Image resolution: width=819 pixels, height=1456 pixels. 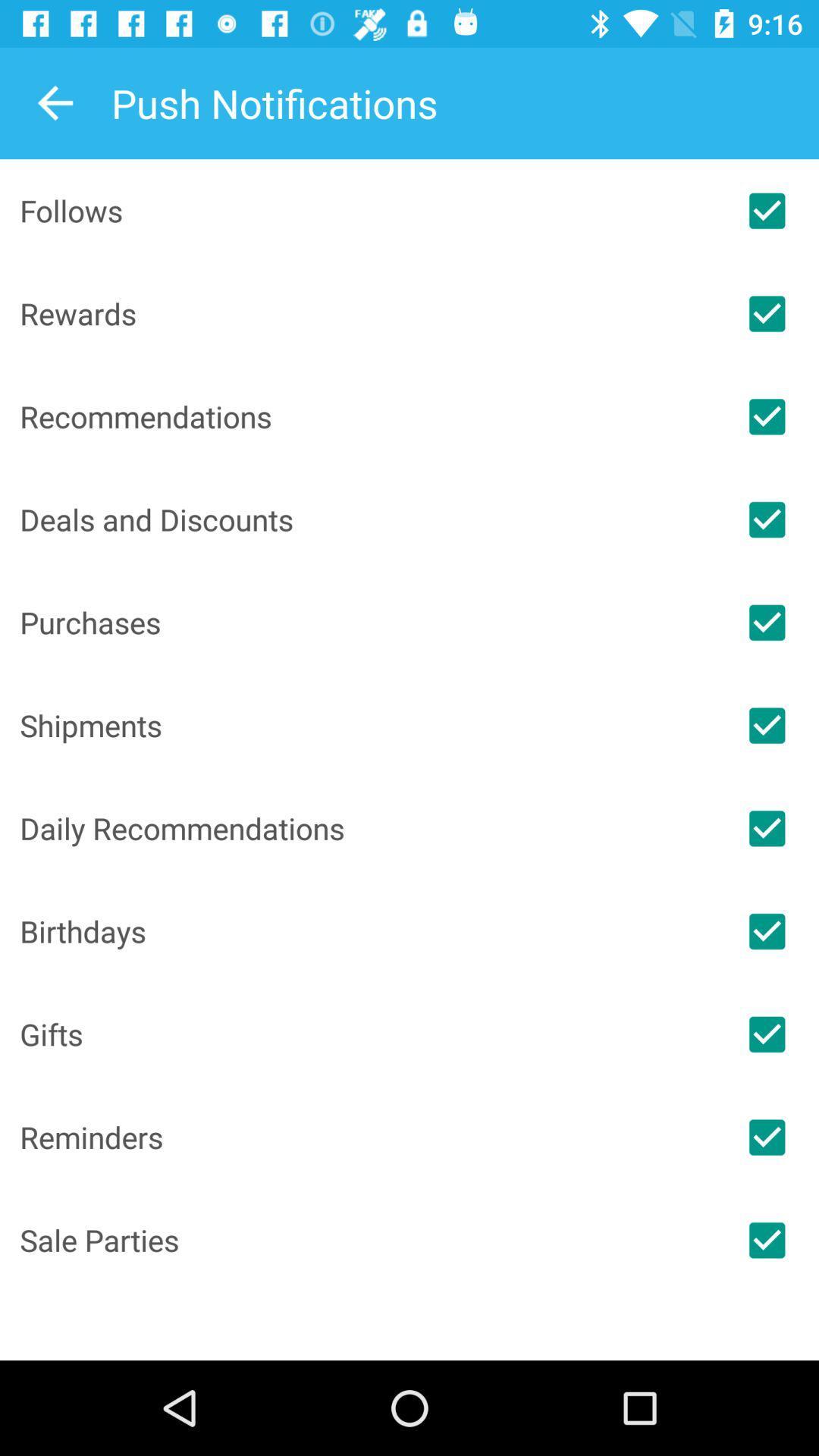 What do you see at coordinates (367, 622) in the screenshot?
I see `the icon below the deals and discounts icon` at bounding box center [367, 622].